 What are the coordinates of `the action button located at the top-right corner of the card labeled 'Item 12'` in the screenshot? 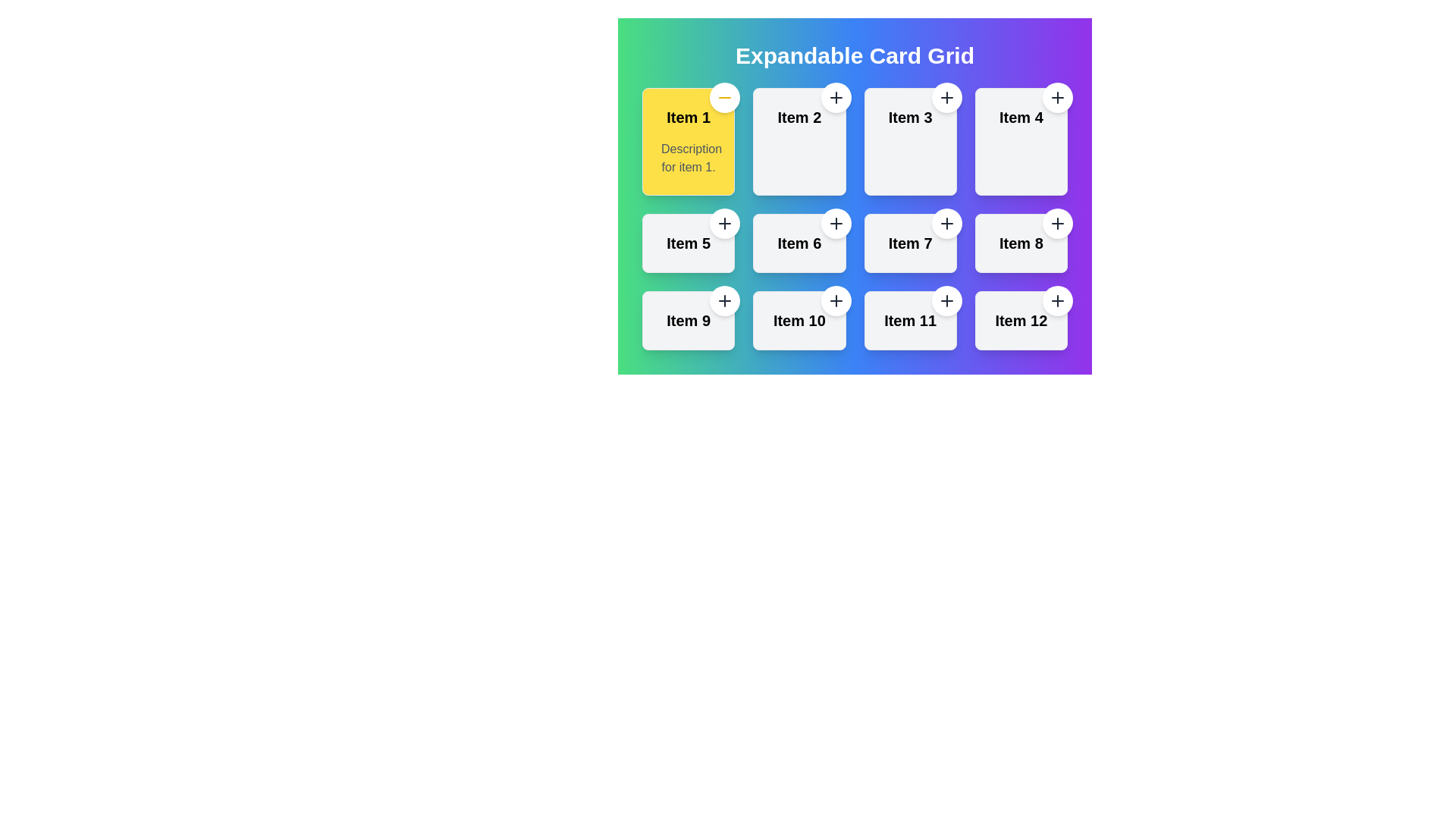 It's located at (1057, 301).